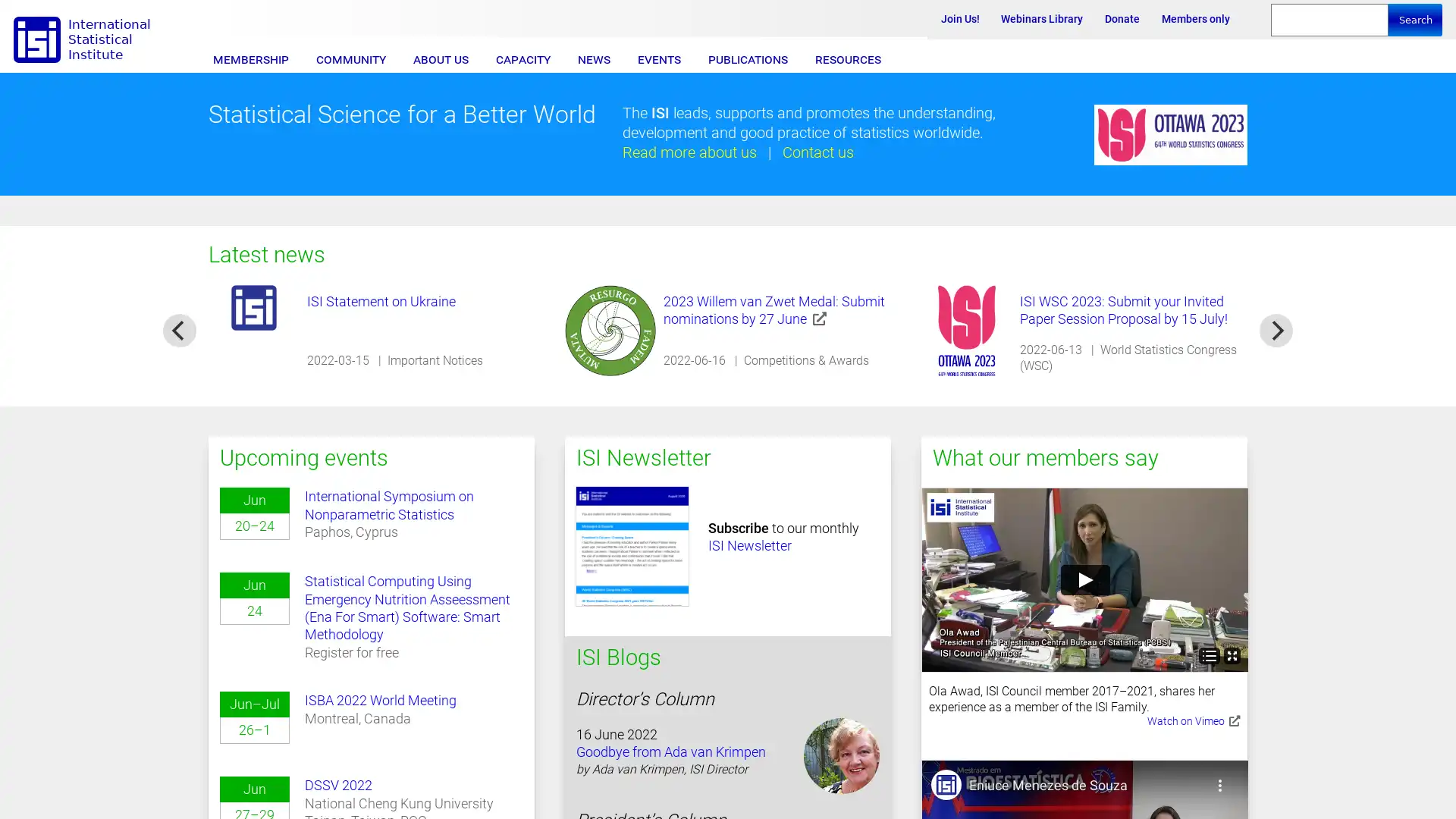 This screenshot has height=819, width=1456. I want to click on previous, so click(179, 329).